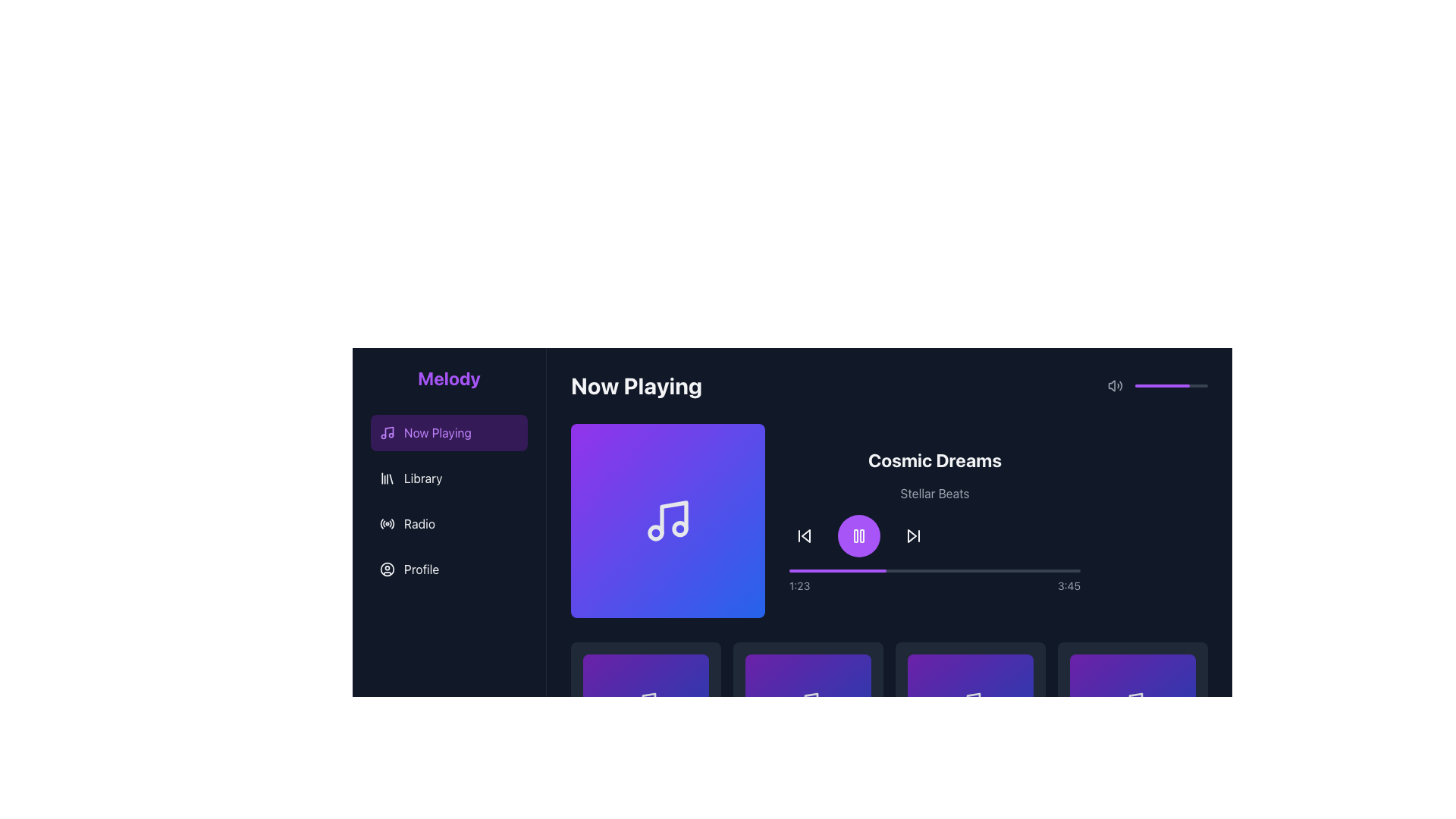 Image resolution: width=1456 pixels, height=819 pixels. I want to click on the music-related icon in the bottom row of the grid layout, so click(645, 702).